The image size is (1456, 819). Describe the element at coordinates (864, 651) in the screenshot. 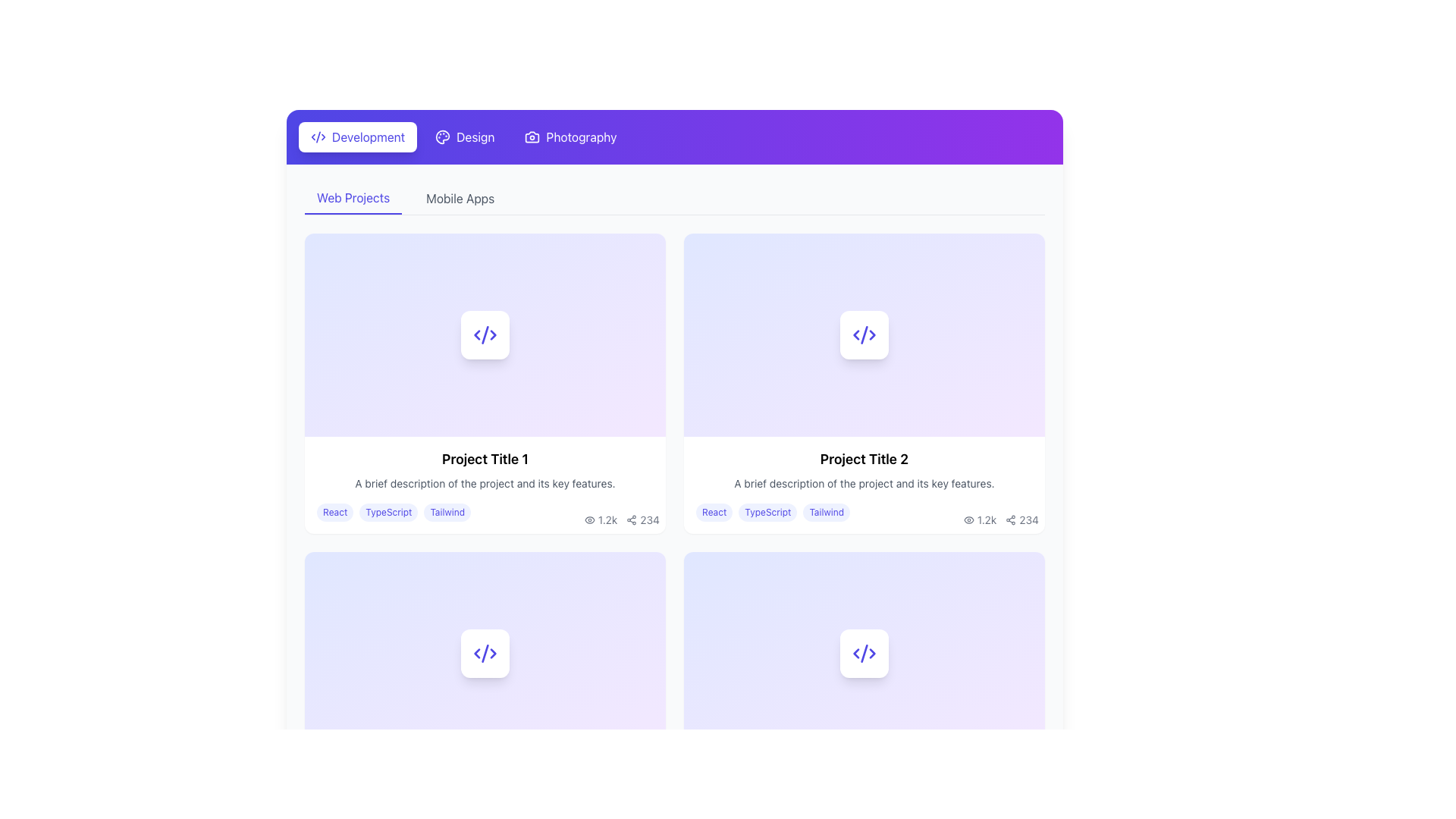

I see `the decorative icon located in the second row and second column of the grid layout, directly below the card labeled 'Project Title 2'` at that location.